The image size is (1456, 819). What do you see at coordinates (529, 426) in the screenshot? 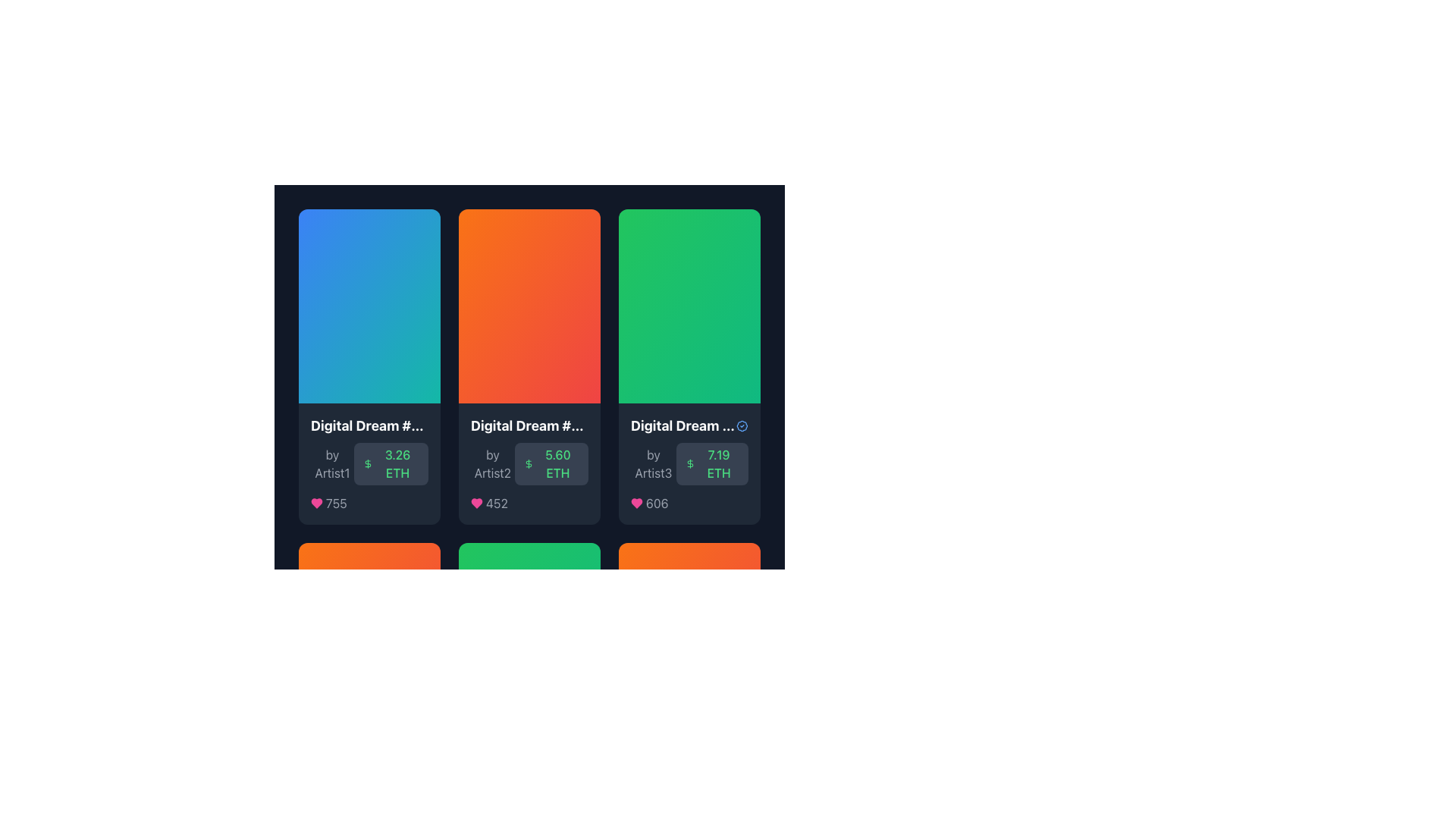
I see `the static text label displaying 'Digital Dream #7323' in bold white font, located in the second card of a horizontal row of cards` at bounding box center [529, 426].